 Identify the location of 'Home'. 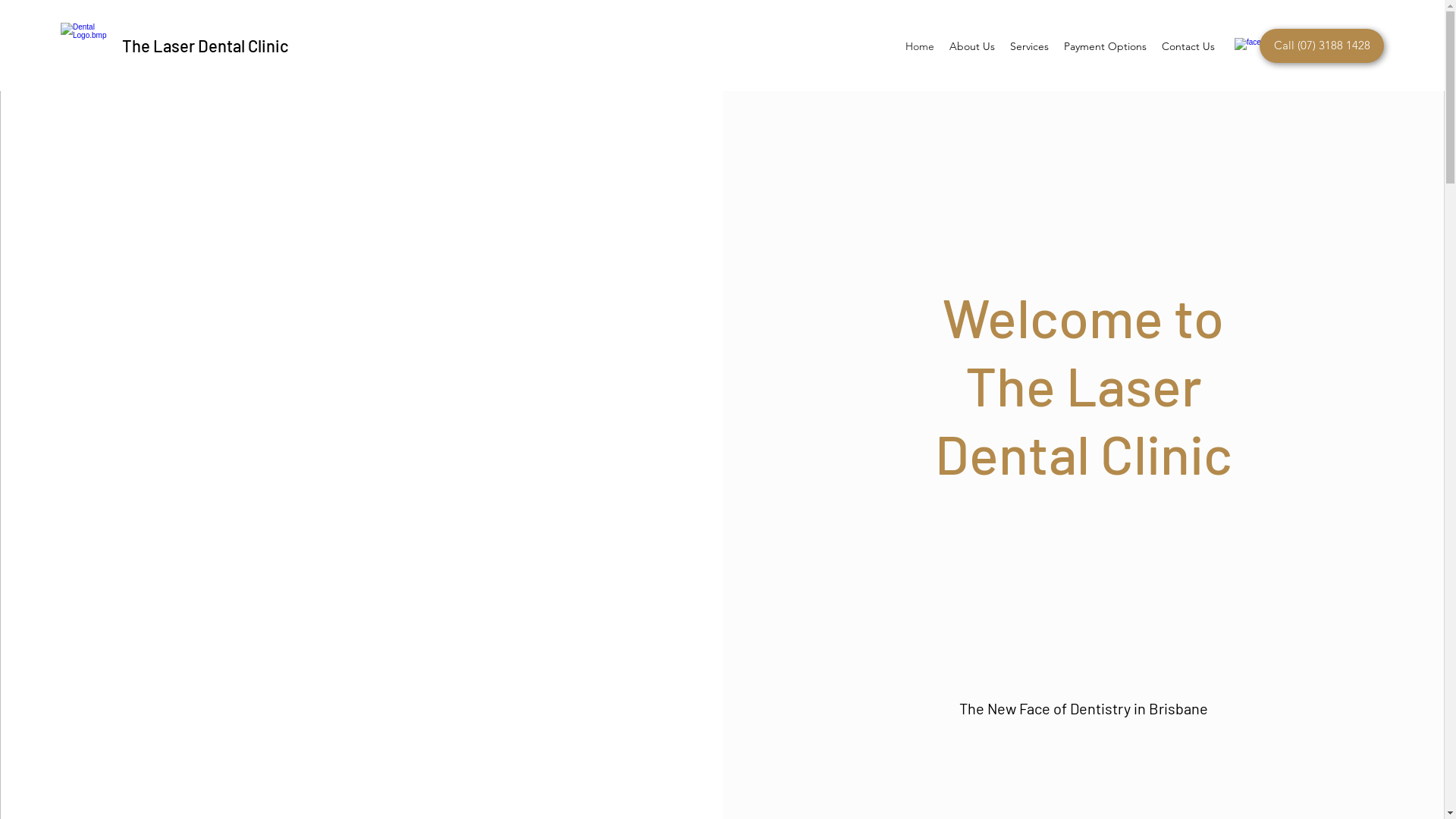
(919, 45).